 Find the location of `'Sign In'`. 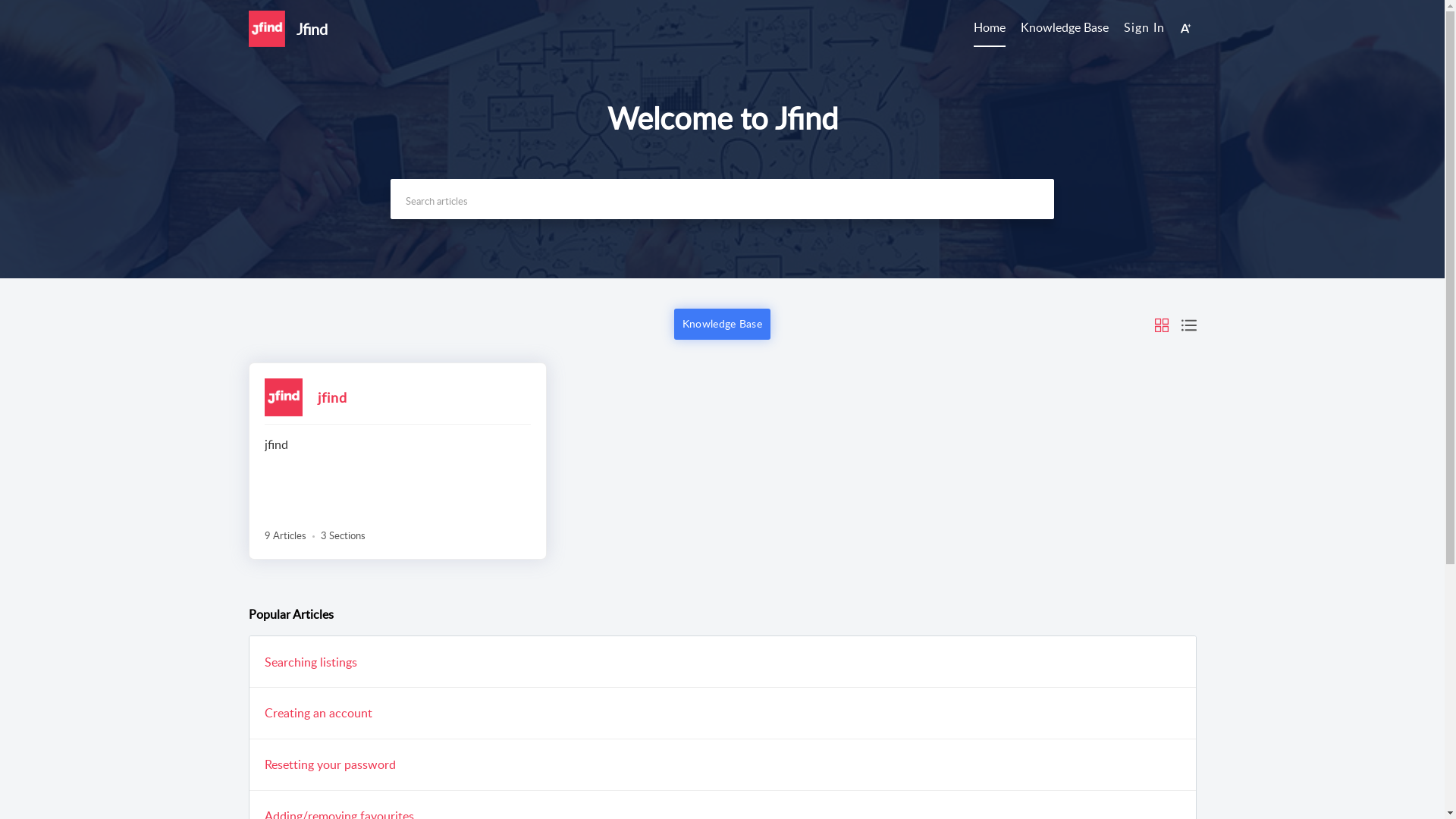

'Sign In' is located at coordinates (1144, 27).